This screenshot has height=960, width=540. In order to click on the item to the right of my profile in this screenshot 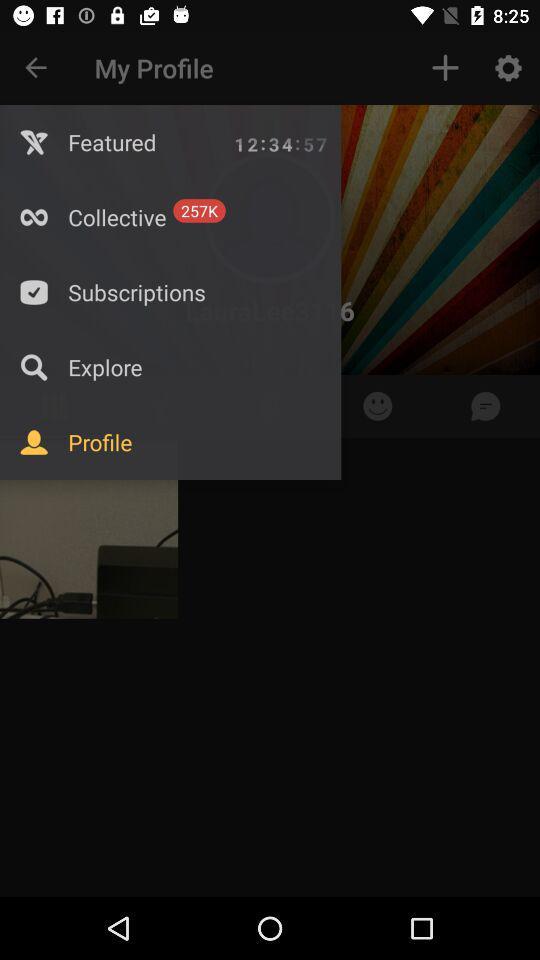, I will do `click(445, 68)`.